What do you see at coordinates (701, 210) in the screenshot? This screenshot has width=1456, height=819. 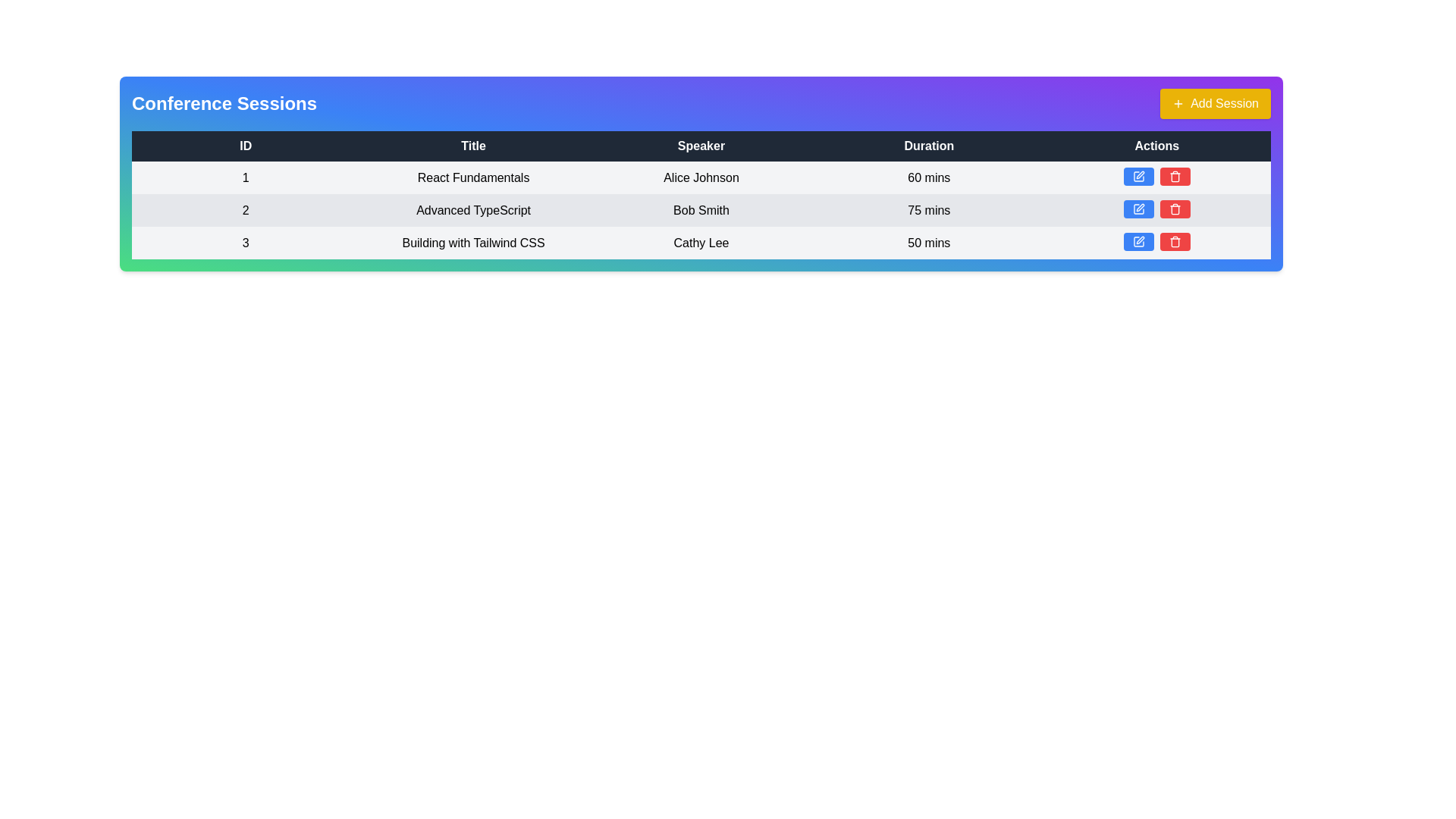 I see `text content of the label displaying 'Bob Smith', which is located in the third column of the second row under the 'Speaker' header in the 'Conference Sessions' table` at bounding box center [701, 210].